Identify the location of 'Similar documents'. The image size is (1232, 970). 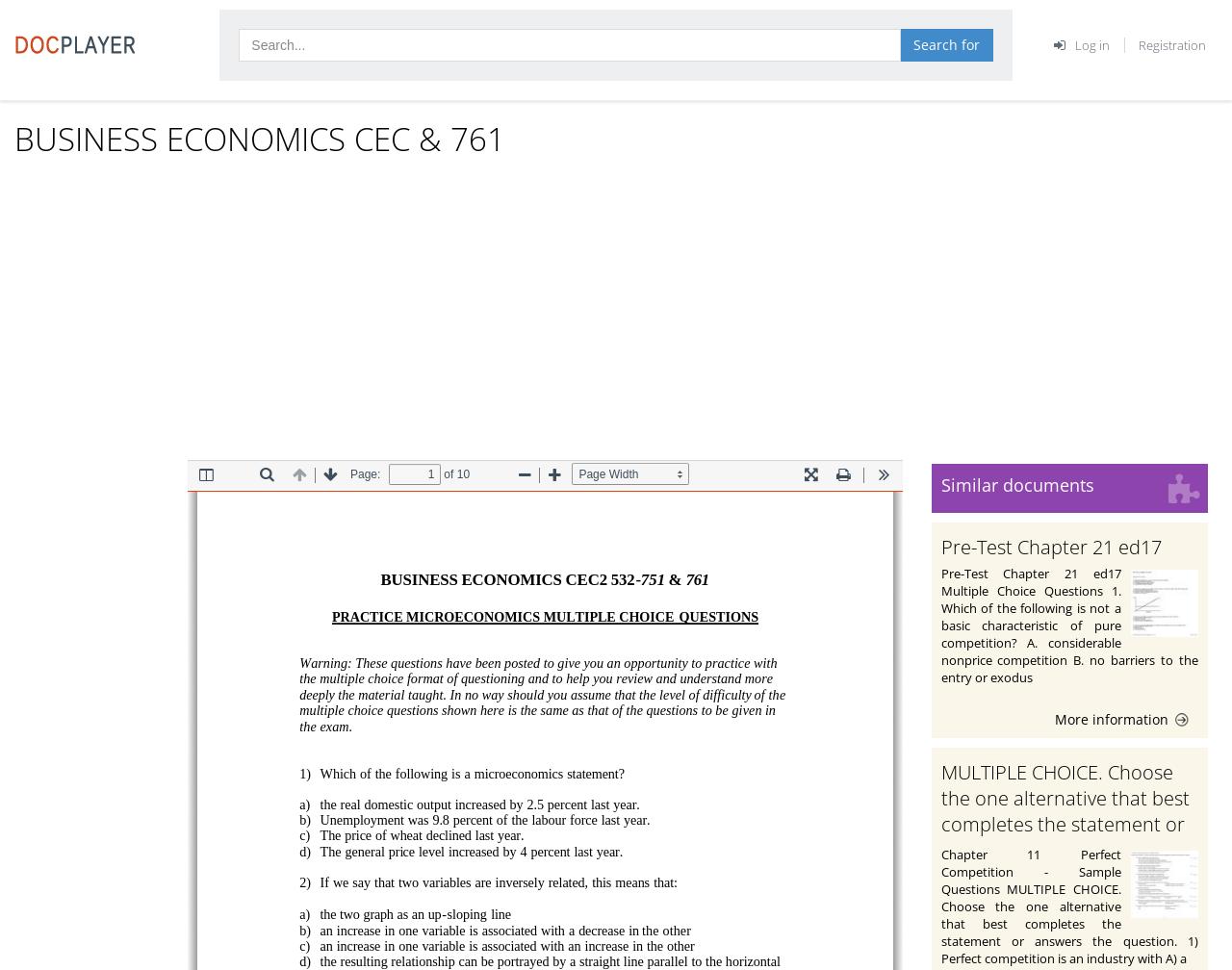
(1015, 485).